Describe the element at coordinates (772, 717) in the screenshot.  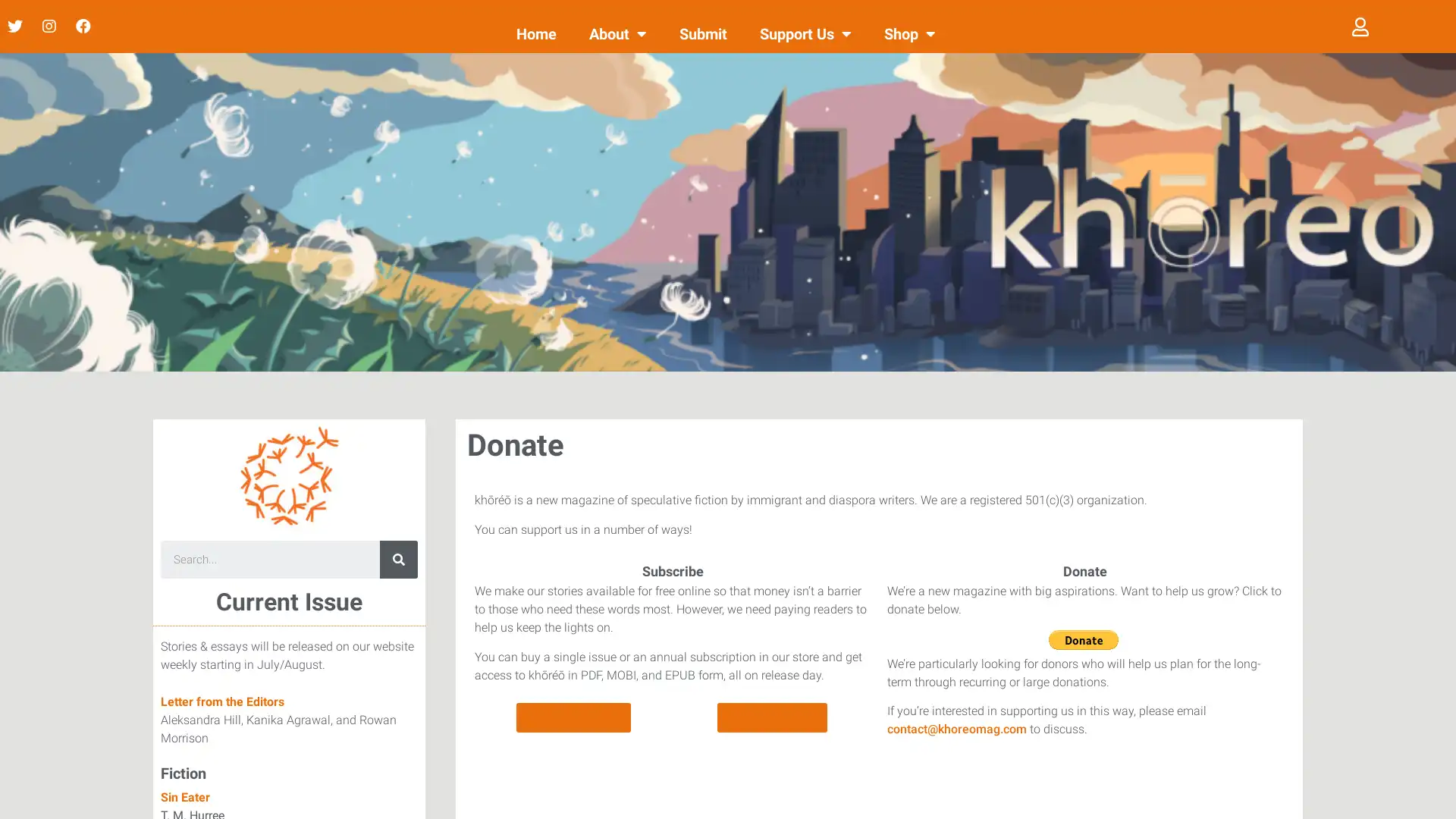
I see `On Weightless` at that location.